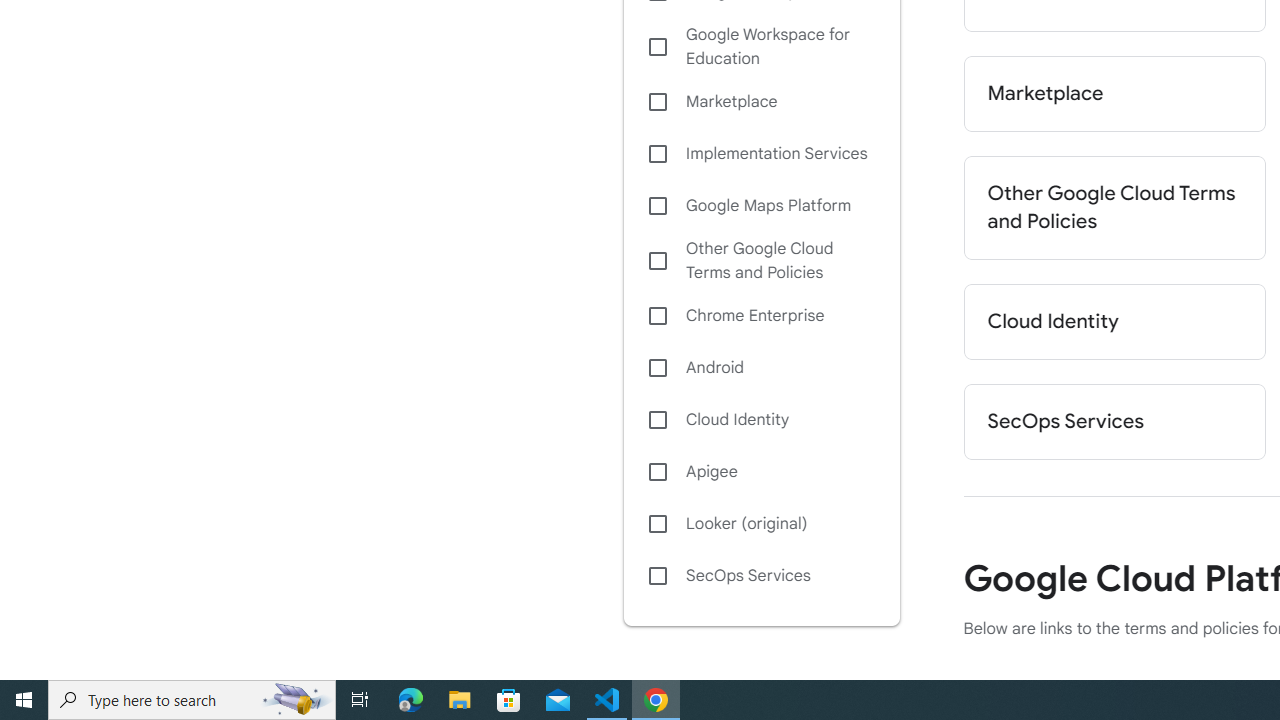 The image size is (1280, 720). What do you see at coordinates (760, 471) in the screenshot?
I see `'Apigee'` at bounding box center [760, 471].